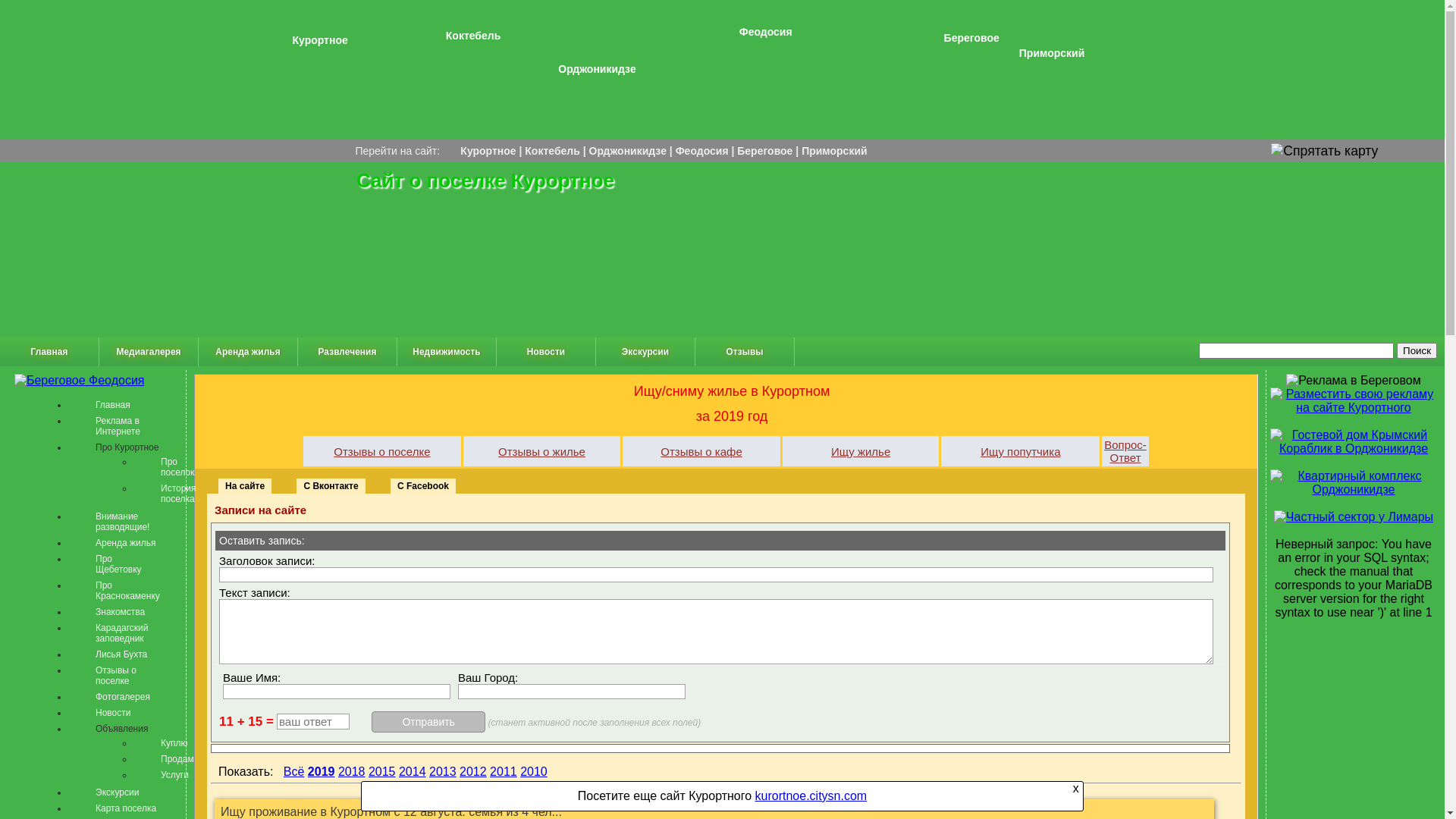  I want to click on '2015', so click(368, 771).